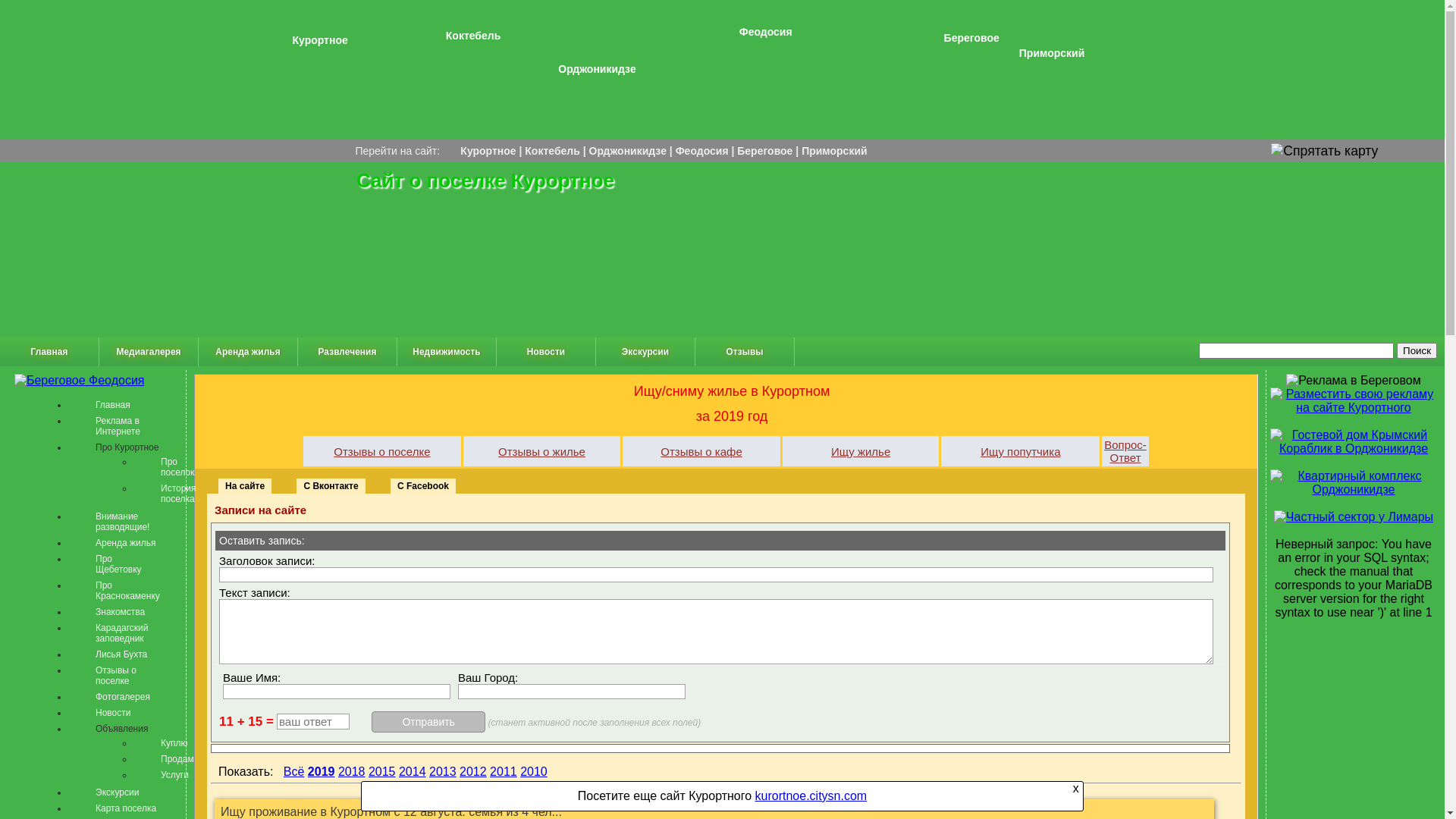  I want to click on '2015', so click(368, 771).